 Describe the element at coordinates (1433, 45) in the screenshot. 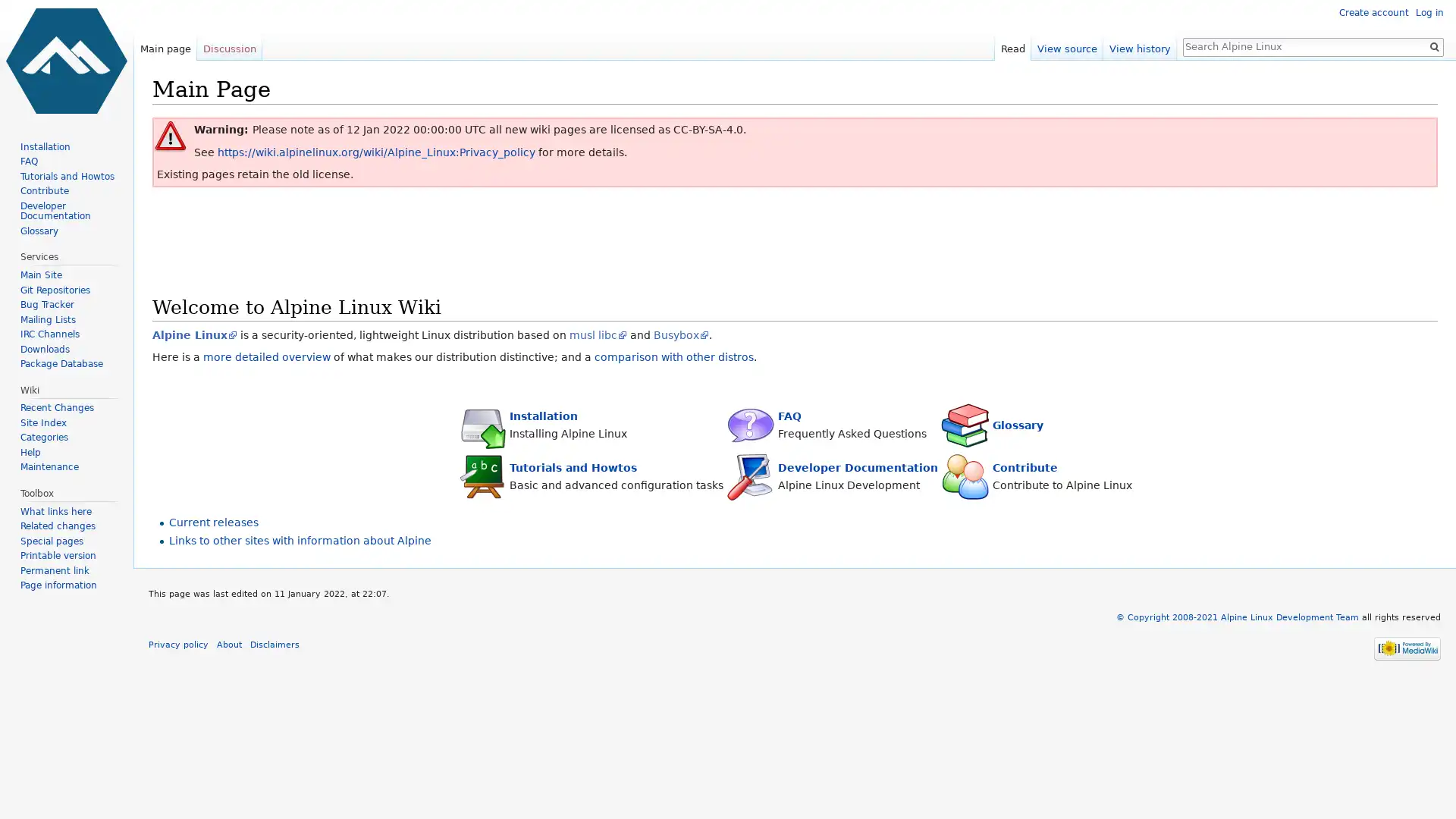

I see `Go` at that location.